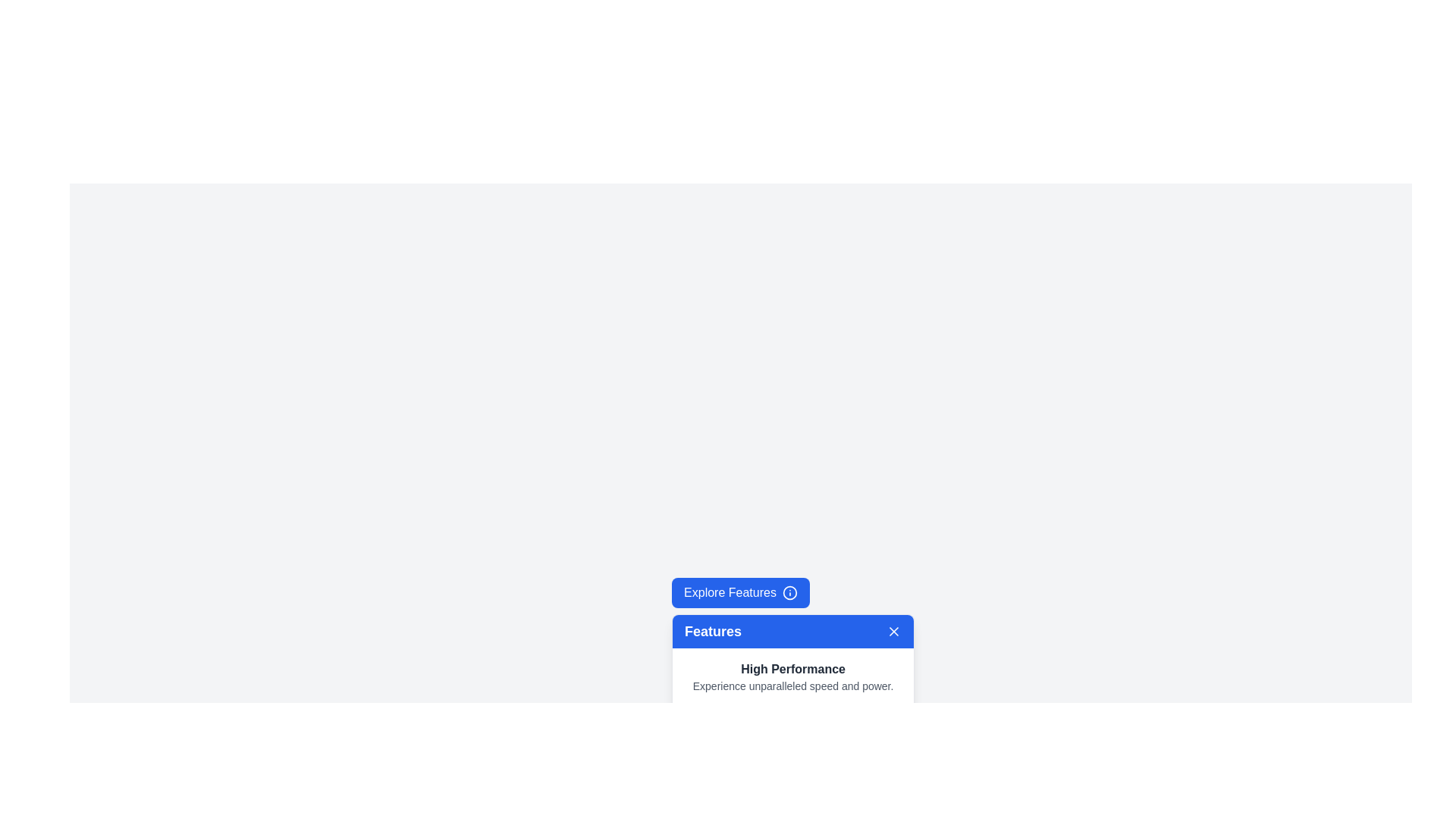 The height and width of the screenshot is (819, 1456). I want to click on text from the 'Features' label, which is styled in bold and larger font, colored white on a blue background, located at the top of the modal-like structure, so click(712, 632).